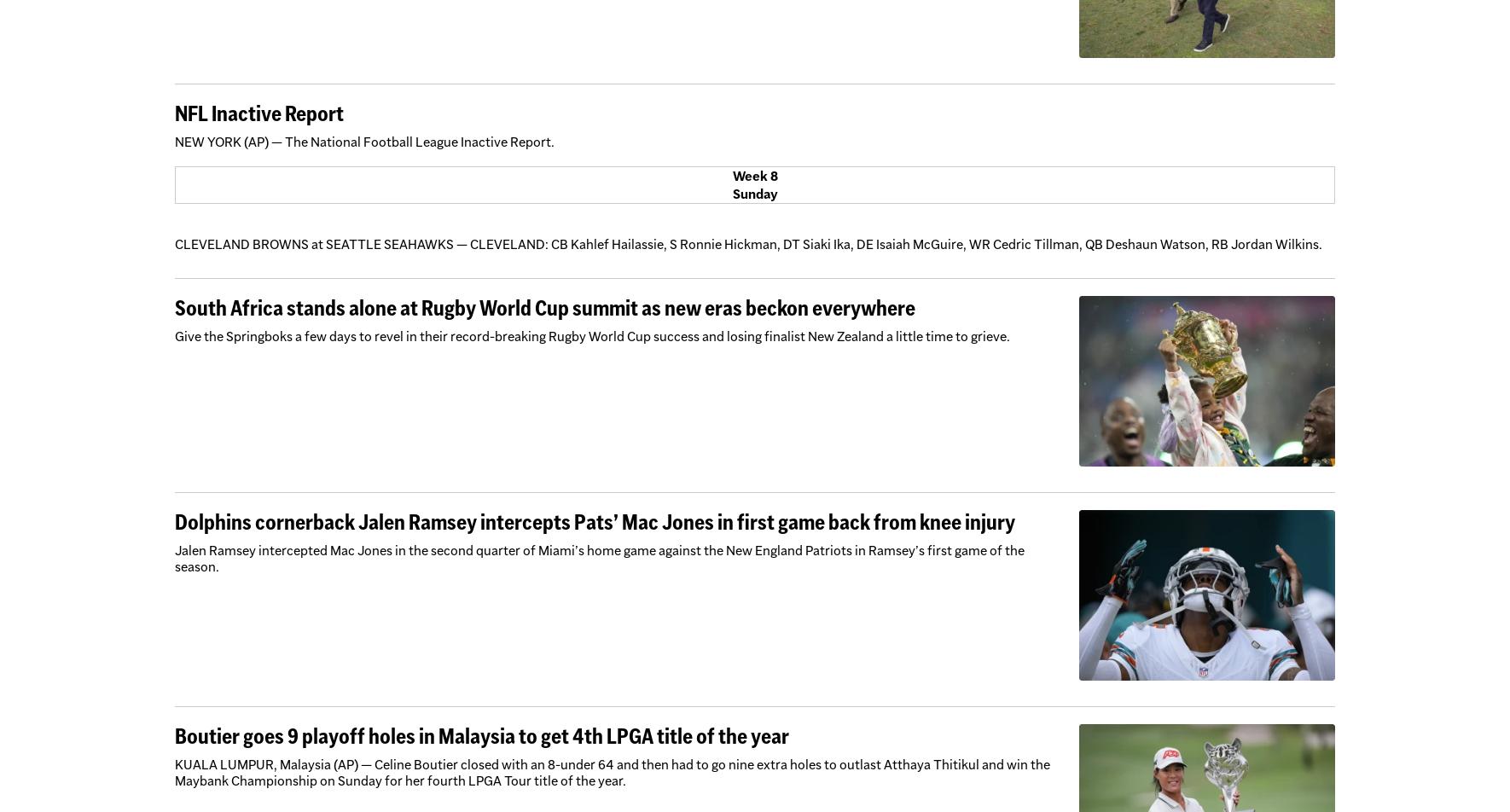 This screenshot has height=812, width=1510. I want to click on 'Jalen Ramsey intercepted Mac Jones in the second quarter of Miami’s home game against the New England Patriots in Ramsey’s first game of the season.', so click(599, 558).